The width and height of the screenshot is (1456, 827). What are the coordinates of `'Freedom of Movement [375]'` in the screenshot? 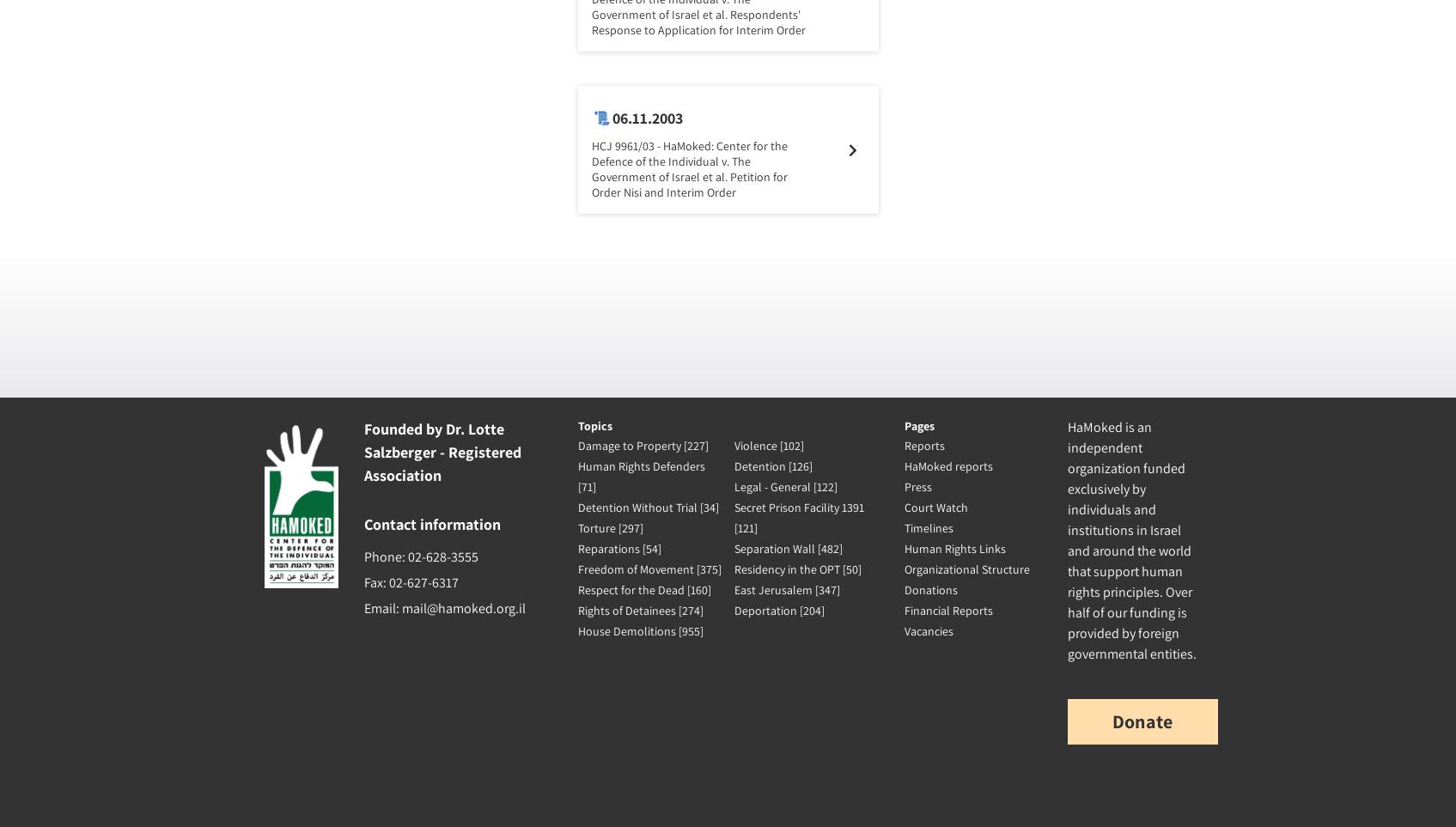 It's located at (648, 569).